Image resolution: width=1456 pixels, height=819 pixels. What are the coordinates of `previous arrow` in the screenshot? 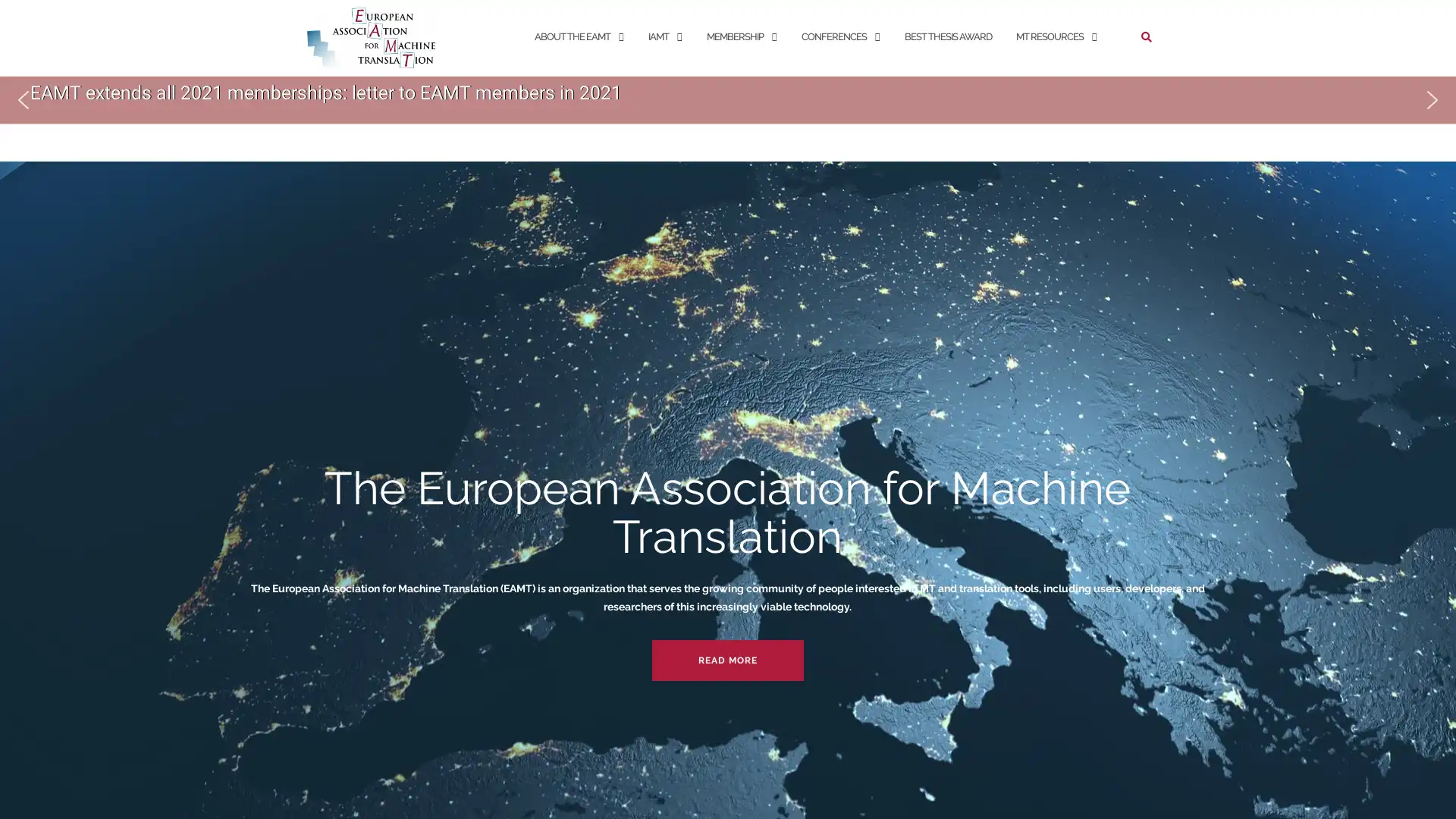 It's located at (23, 99).